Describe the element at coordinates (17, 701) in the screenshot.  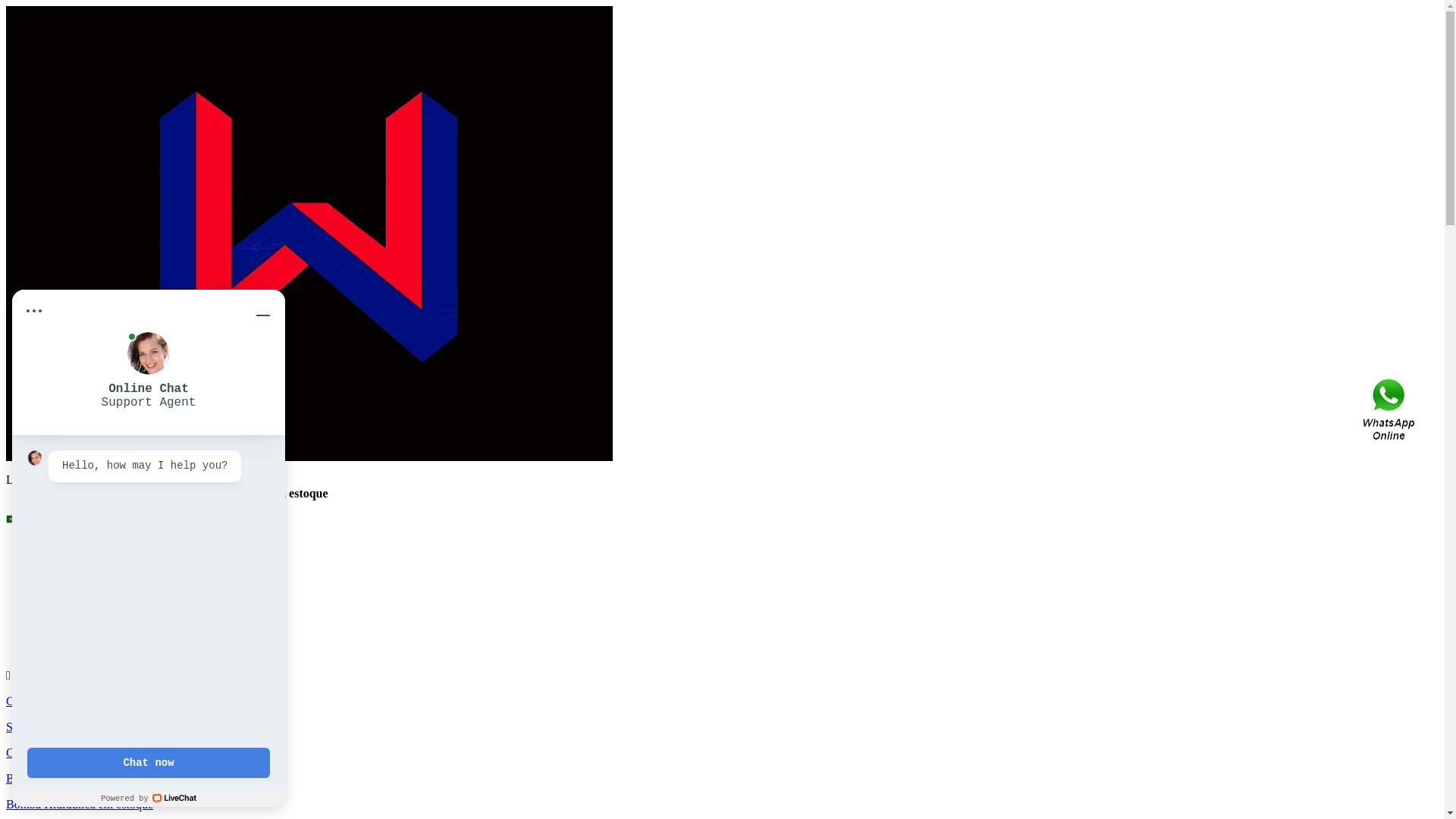
I see `'Casa'` at that location.